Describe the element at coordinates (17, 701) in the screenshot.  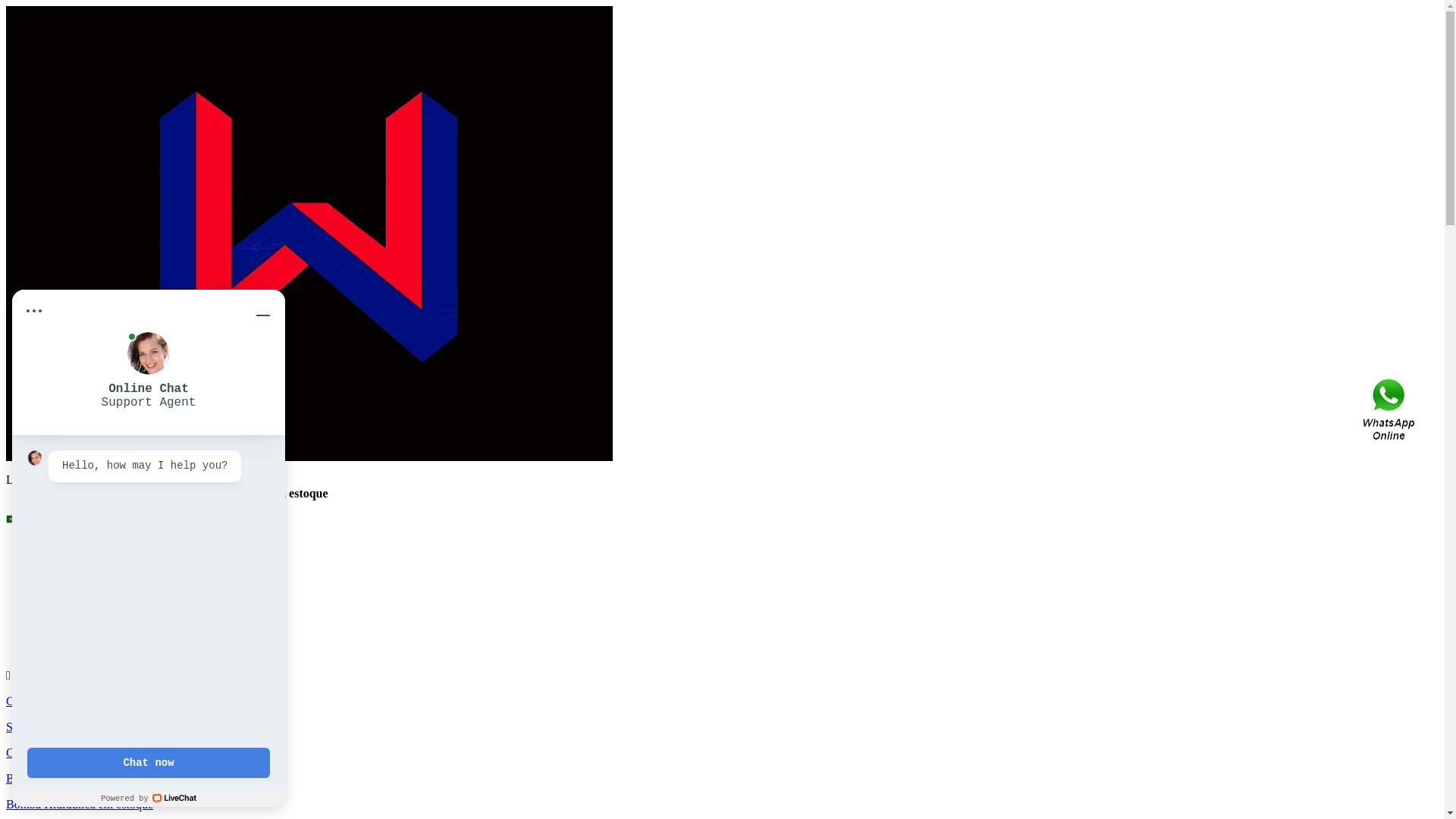
I see `'Casa'` at that location.